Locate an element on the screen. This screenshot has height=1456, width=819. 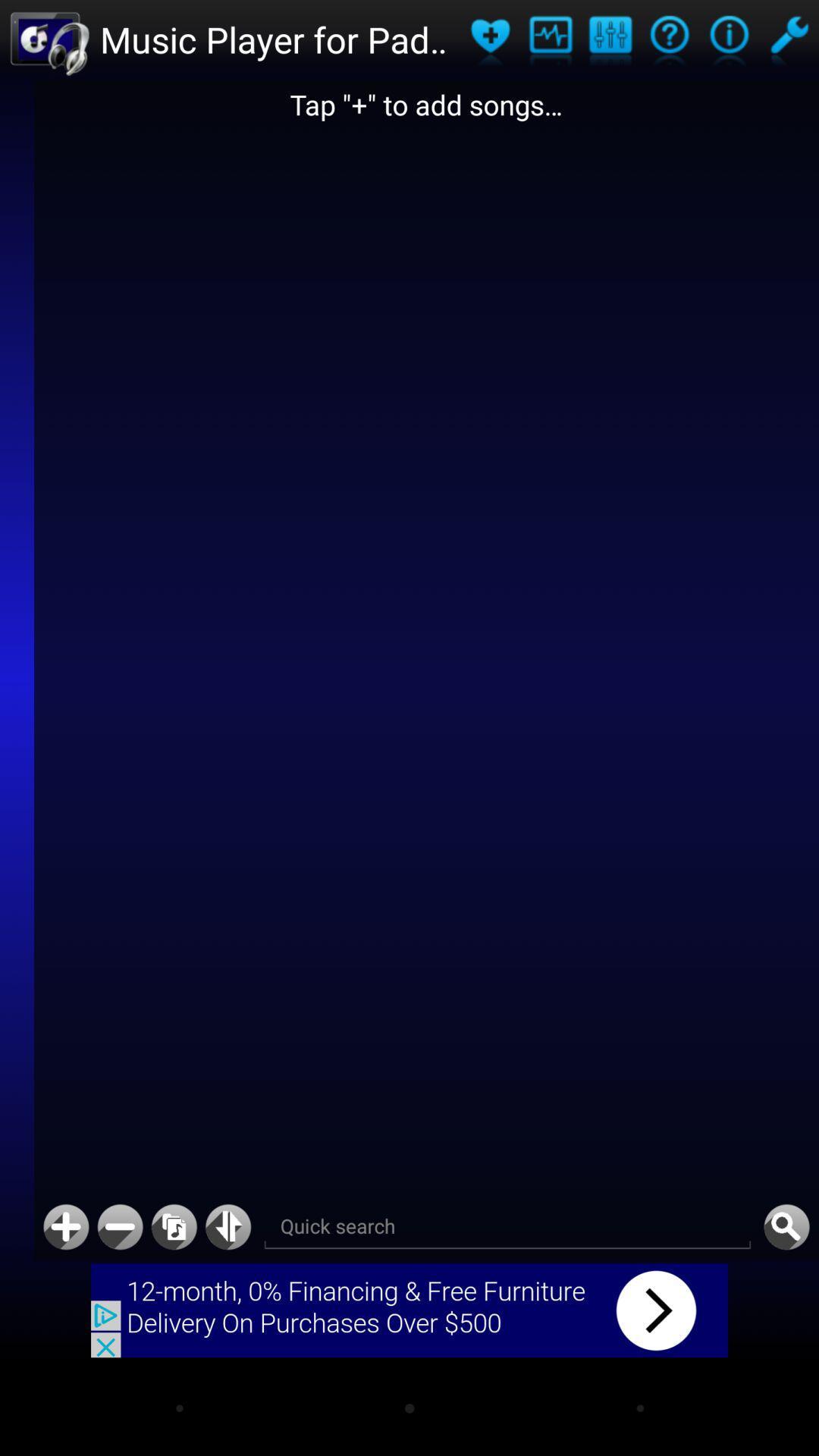
open songlist is located at coordinates (173, 1227).